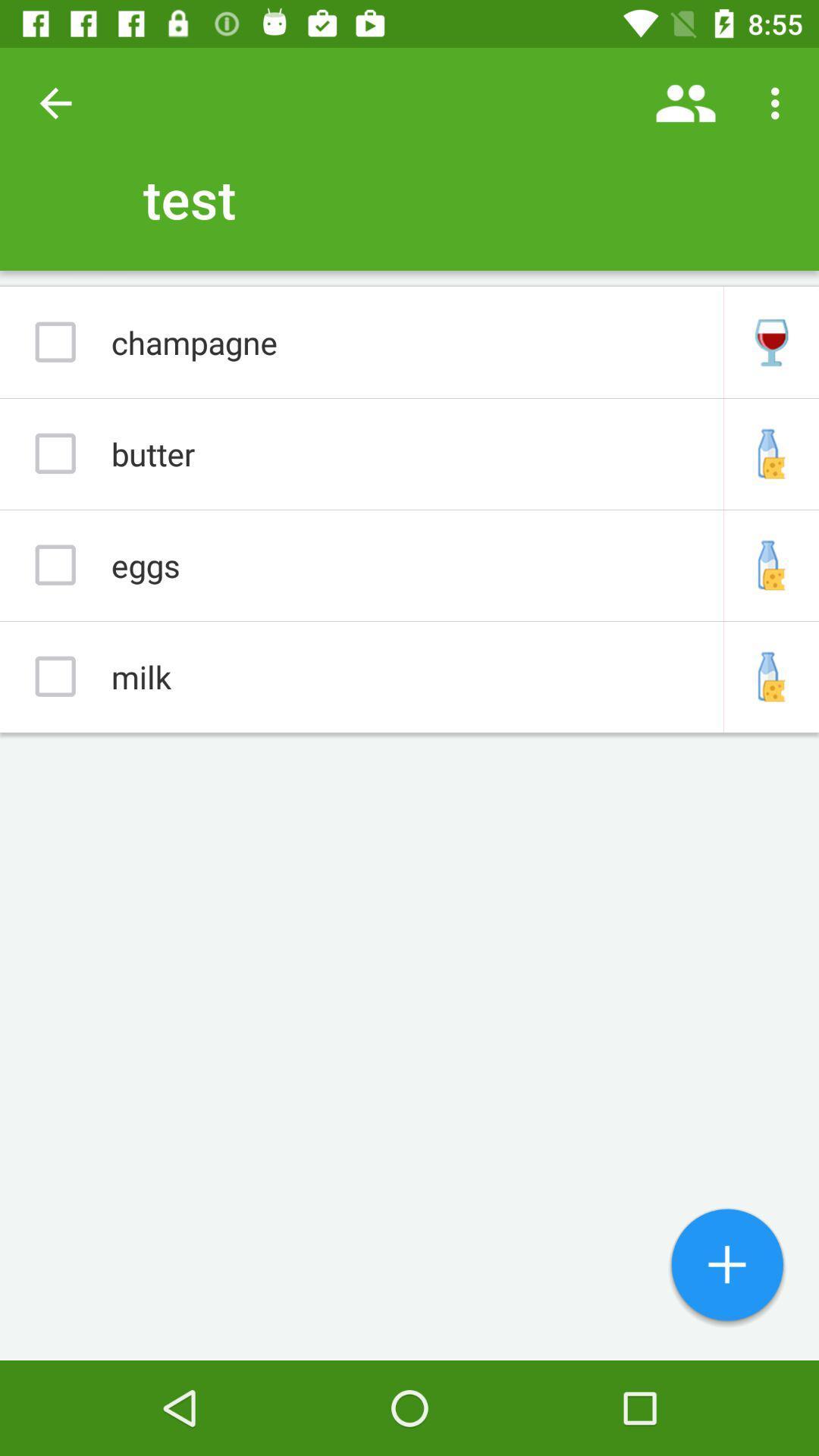 Image resolution: width=819 pixels, height=1456 pixels. Describe the element at coordinates (771, 564) in the screenshot. I see `icon right side of eggs option` at that location.